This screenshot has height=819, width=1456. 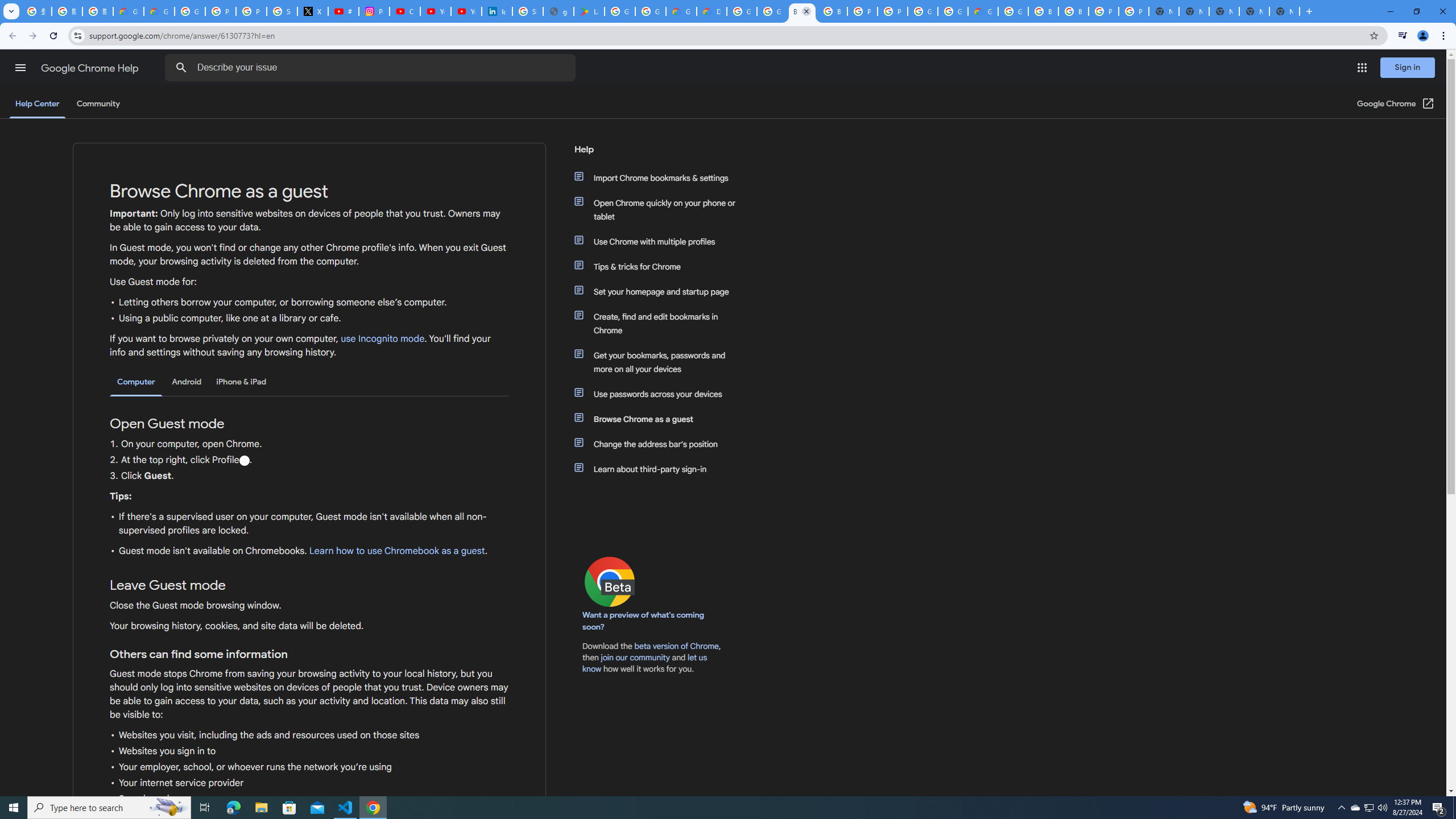 What do you see at coordinates (651, 11) in the screenshot?
I see `'Google Workspace - Specific Terms'` at bounding box center [651, 11].